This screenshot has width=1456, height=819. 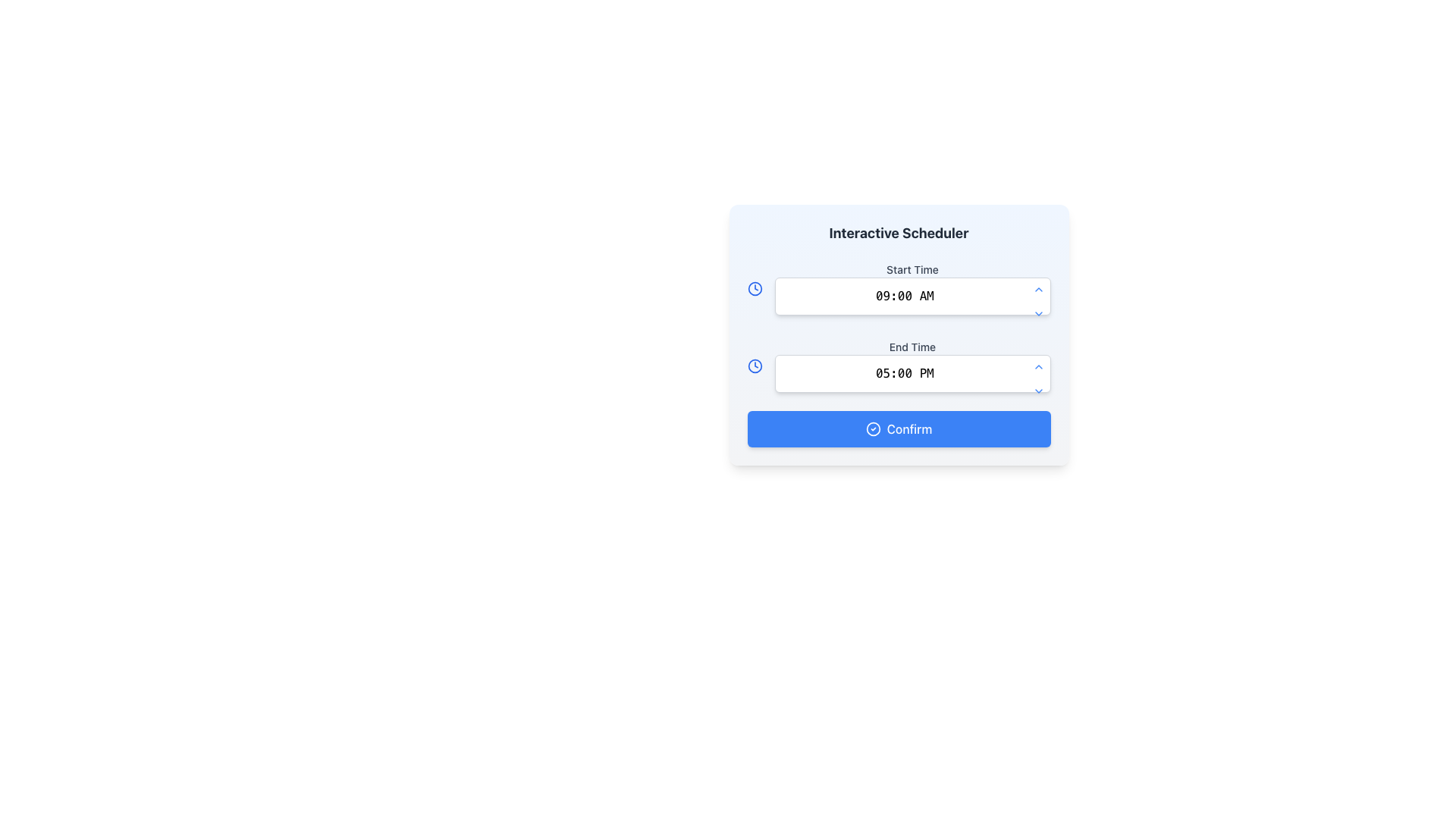 What do you see at coordinates (873, 429) in the screenshot?
I see `the SVG Circle that represents a state or status within the icon group related to a confirmation action in the scheduling interface` at bounding box center [873, 429].